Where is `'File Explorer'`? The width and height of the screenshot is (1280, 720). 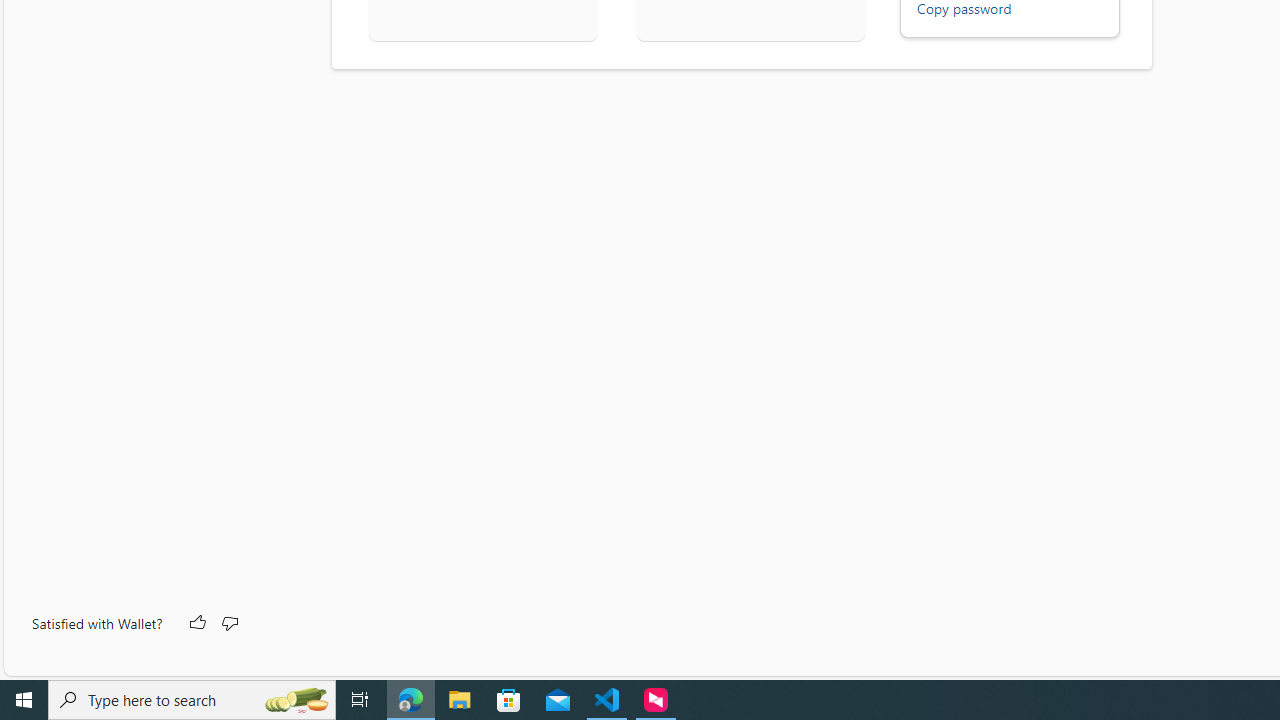 'File Explorer' is located at coordinates (459, 698).